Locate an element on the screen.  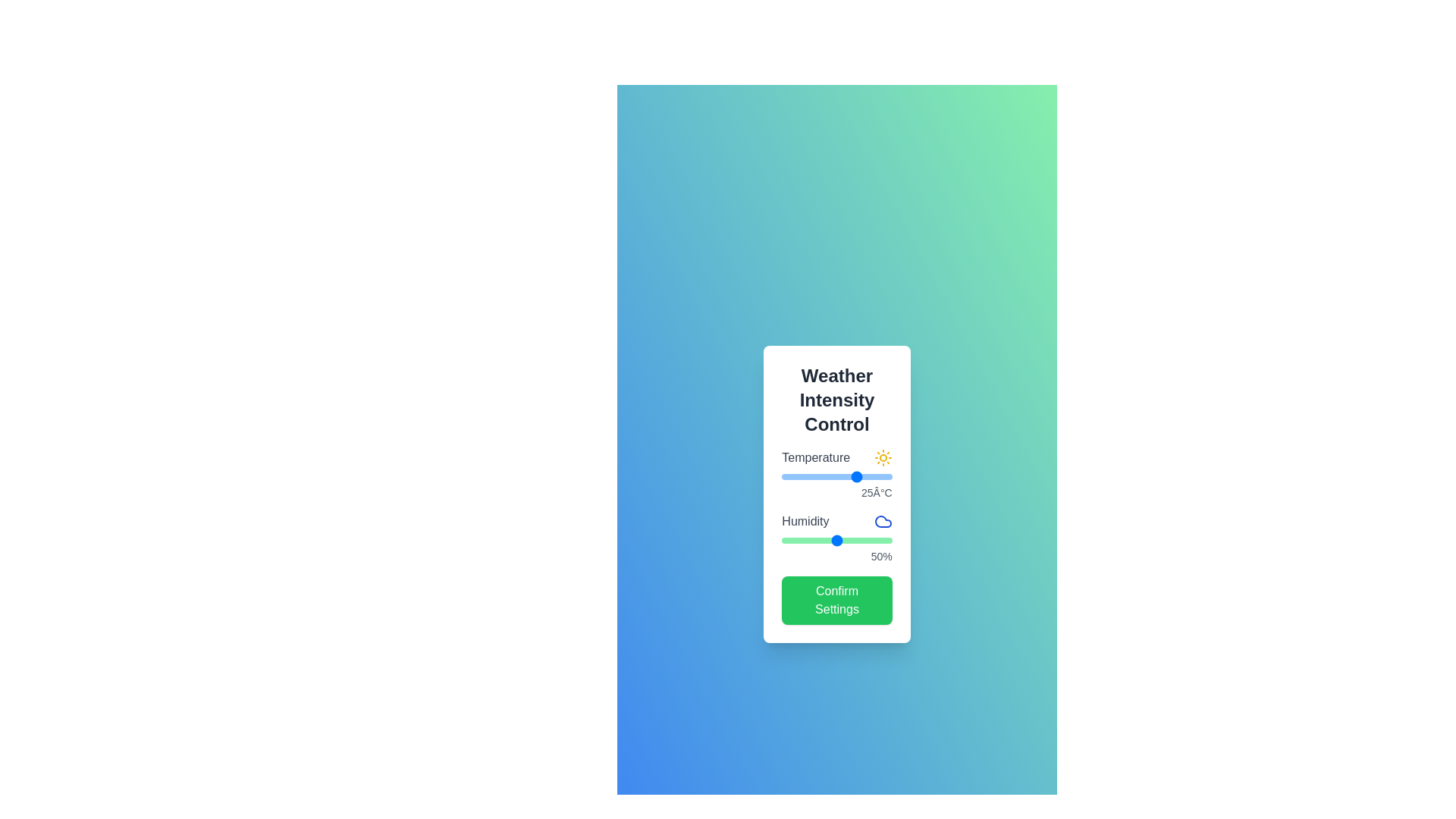
the humidity slider to 97% is located at coordinates (889, 540).